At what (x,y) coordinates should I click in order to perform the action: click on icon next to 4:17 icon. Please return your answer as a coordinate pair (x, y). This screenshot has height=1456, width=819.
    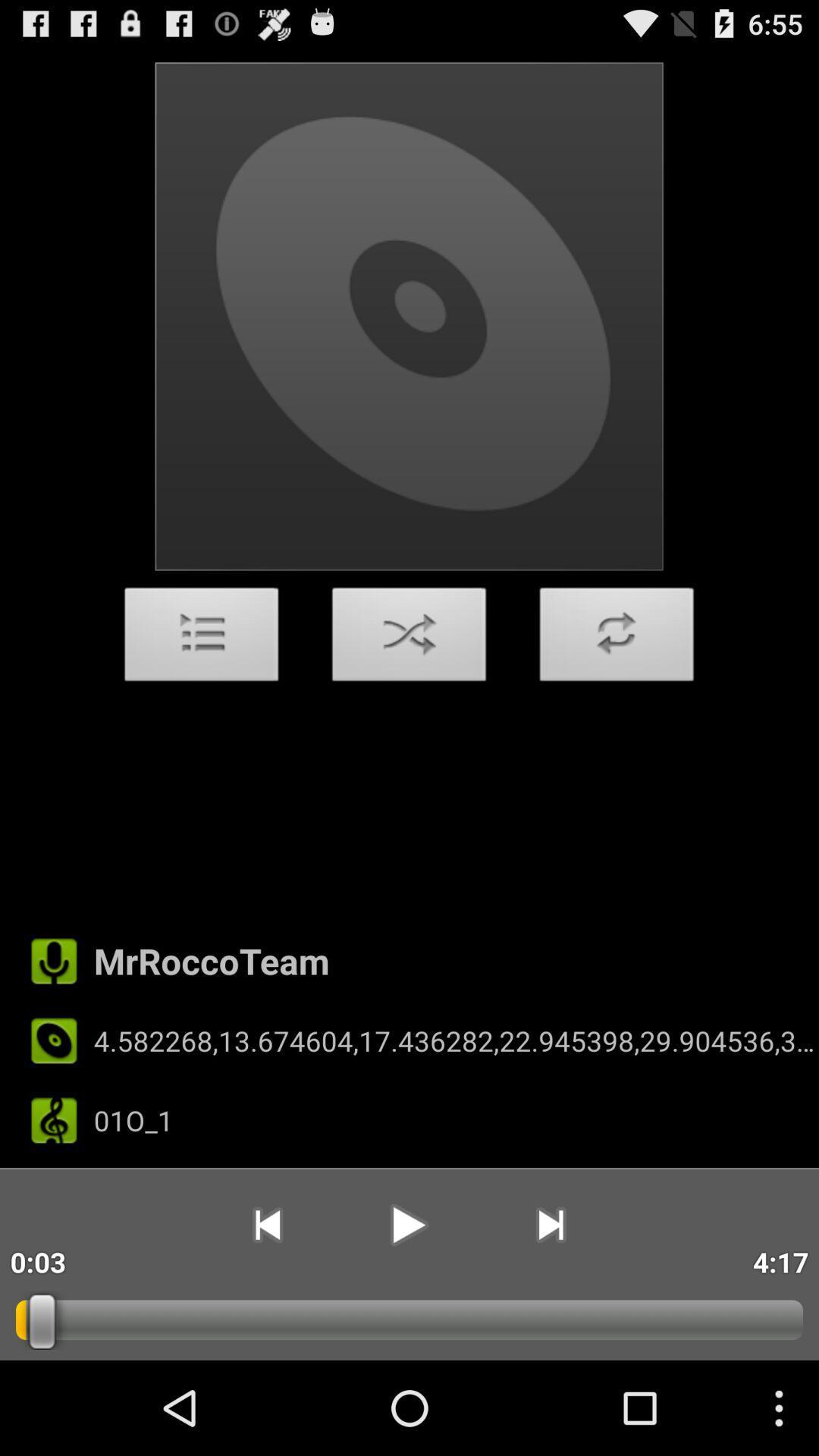
    Looking at the image, I should click on (551, 1225).